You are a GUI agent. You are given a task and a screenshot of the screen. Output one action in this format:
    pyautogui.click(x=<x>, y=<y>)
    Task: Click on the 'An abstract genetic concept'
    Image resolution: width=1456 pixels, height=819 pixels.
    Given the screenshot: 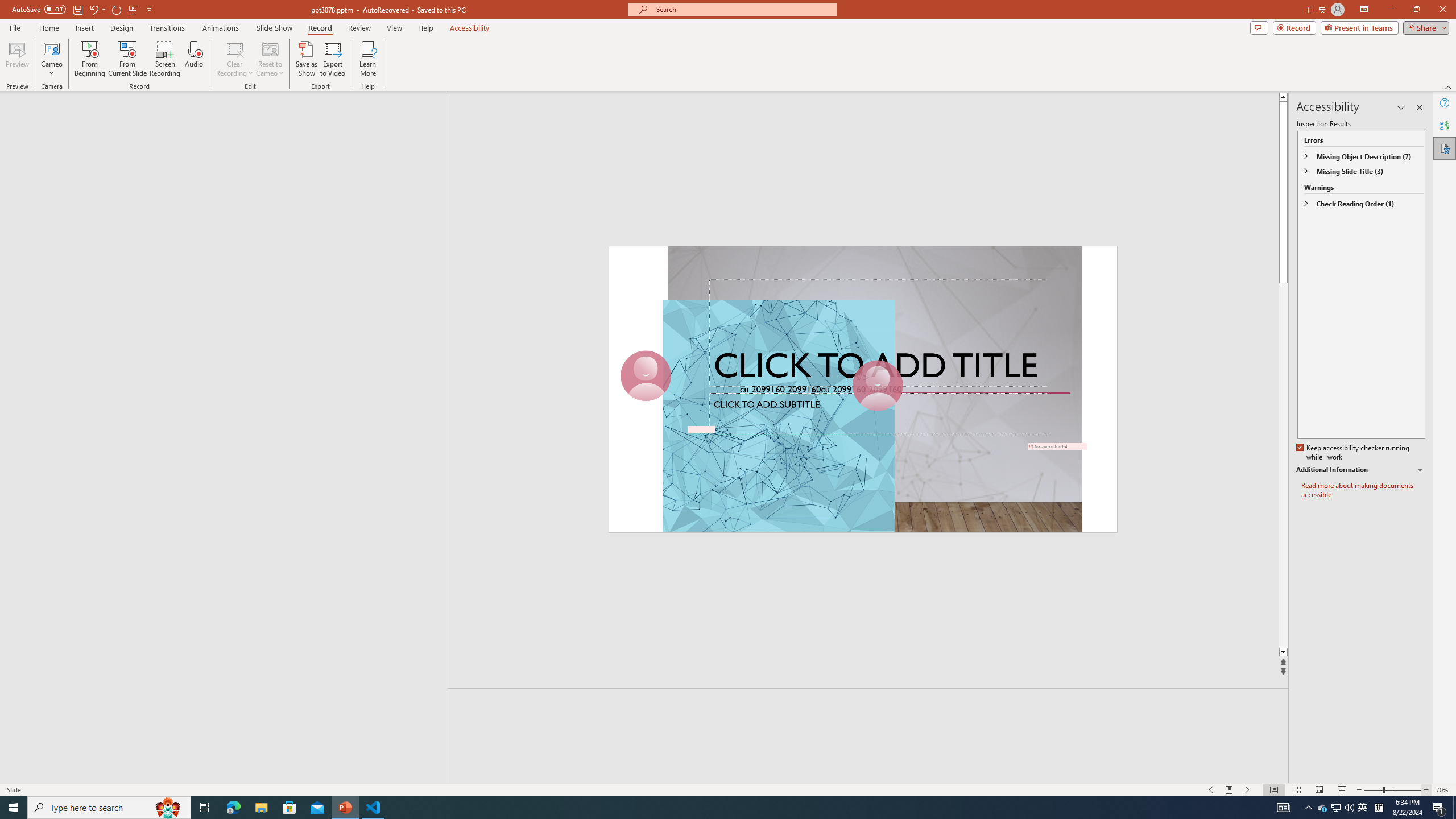 What is the action you would take?
    pyautogui.click(x=867, y=388)
    